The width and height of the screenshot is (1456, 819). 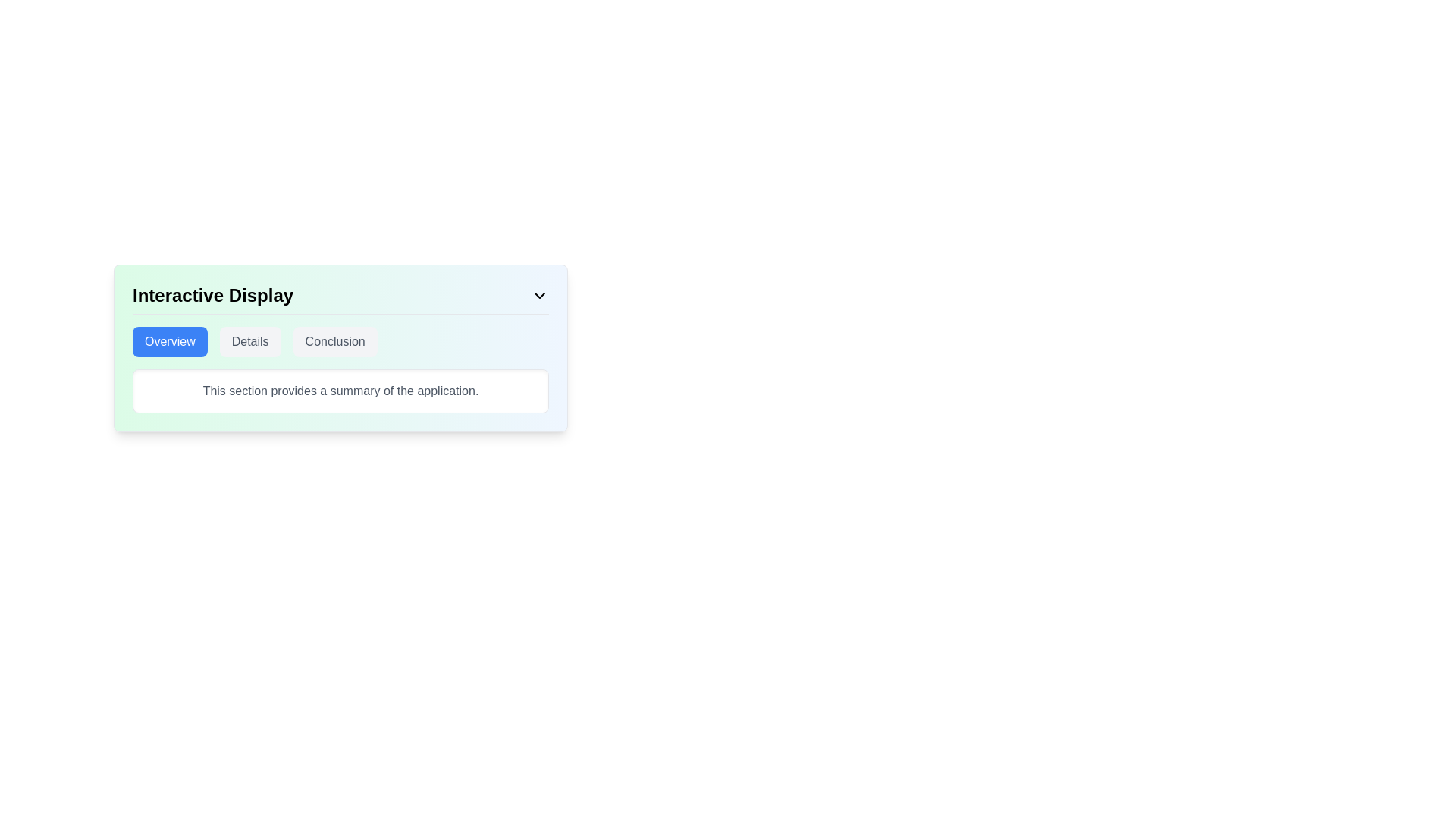 I want to click on the 'Details' button, which is the second button in a row of three buttons located near the top center of the interface, so click(x=250, y=342).